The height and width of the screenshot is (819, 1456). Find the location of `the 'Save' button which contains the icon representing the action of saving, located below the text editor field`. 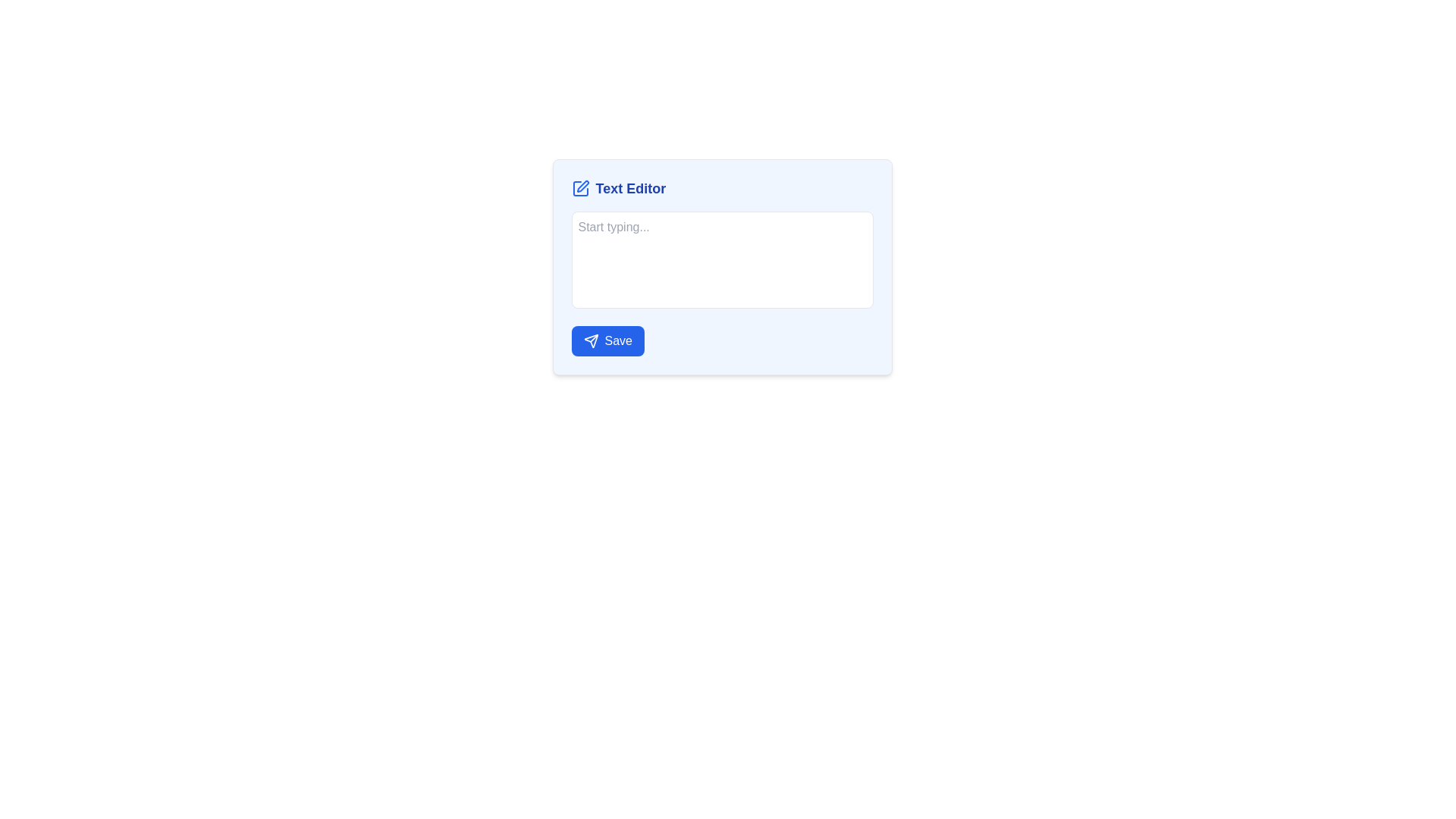

the 'Save' button which contains the icon representing the action of saving, located below the text editor field is located at coordinates (590, 341).